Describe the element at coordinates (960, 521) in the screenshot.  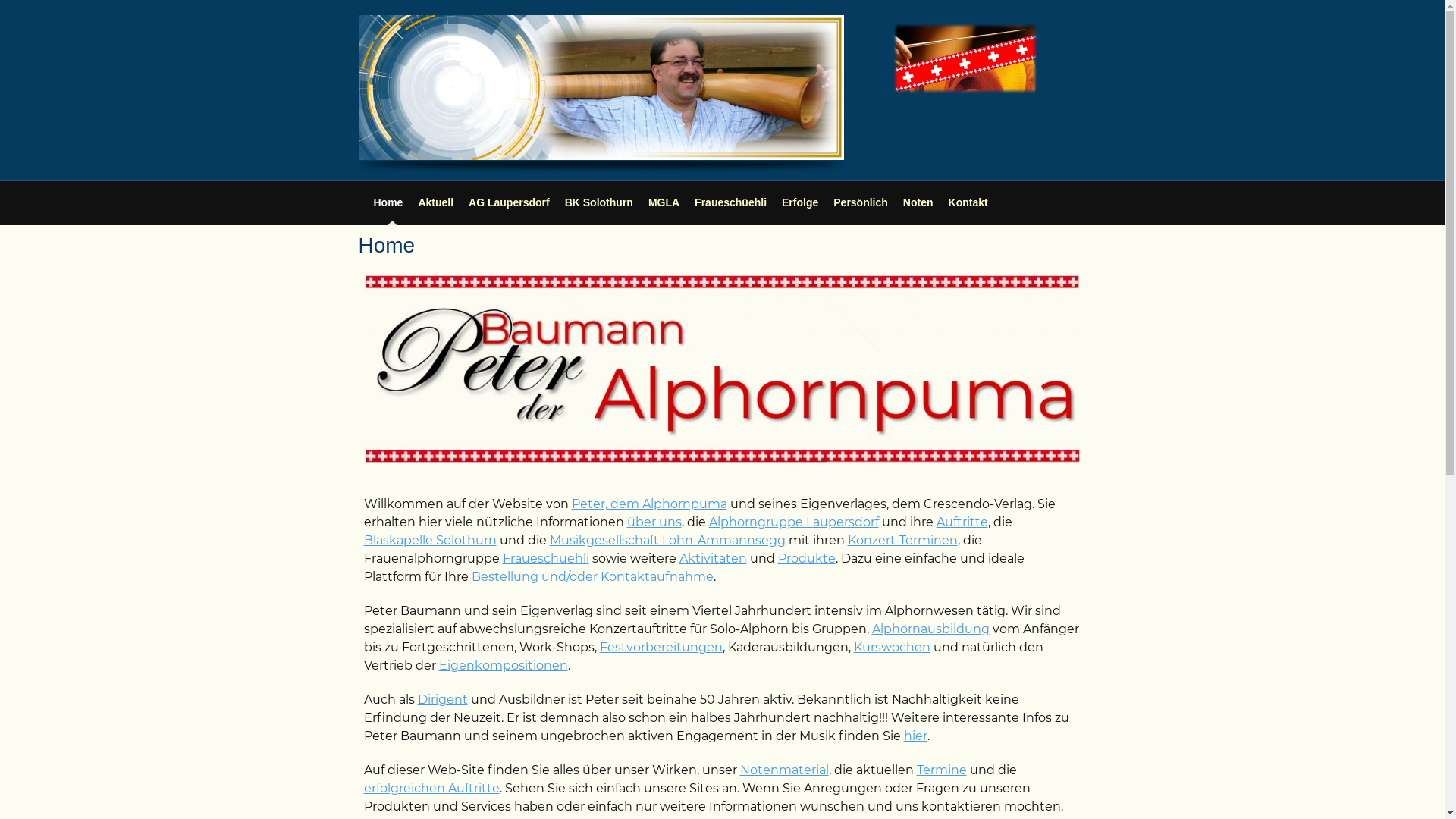
I see `'Auftritte'` at that location.